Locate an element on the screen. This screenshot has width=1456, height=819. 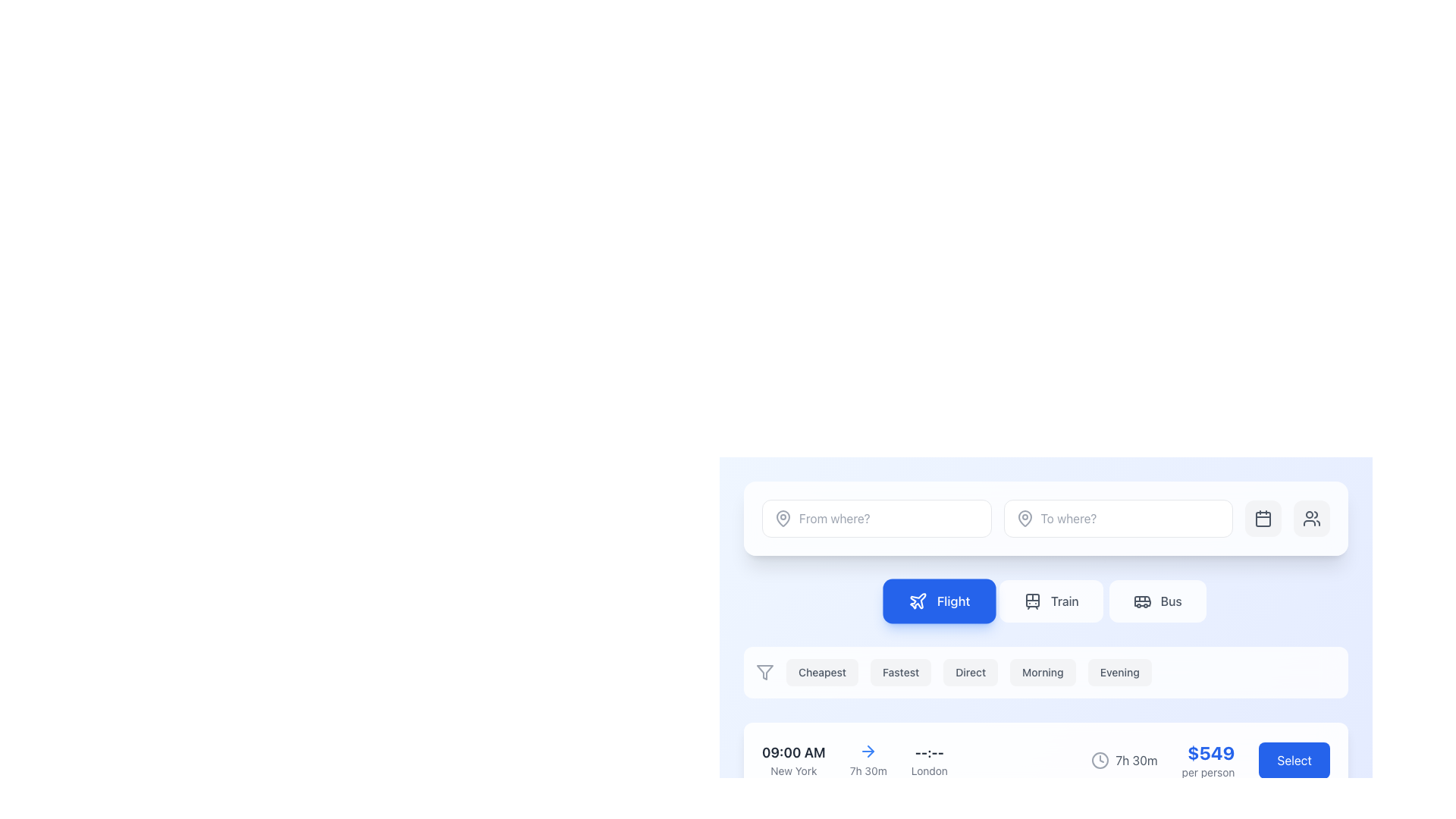
the time icon that visually represents '7h 30m', located to the left of the text in a booking interface is located at coordinates (1100, 760).